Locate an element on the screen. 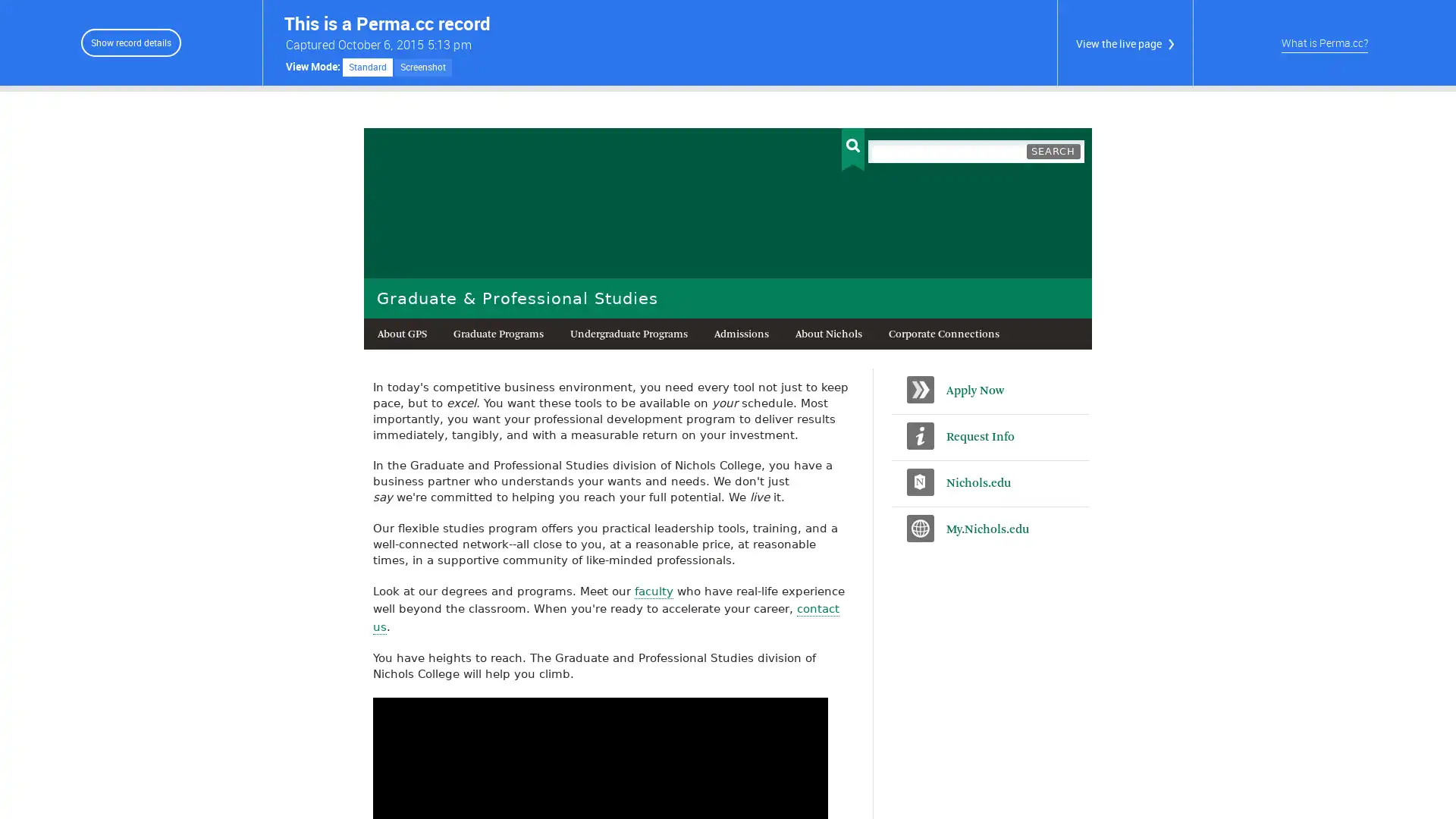  Show record details is located at coordinates (130, 42).